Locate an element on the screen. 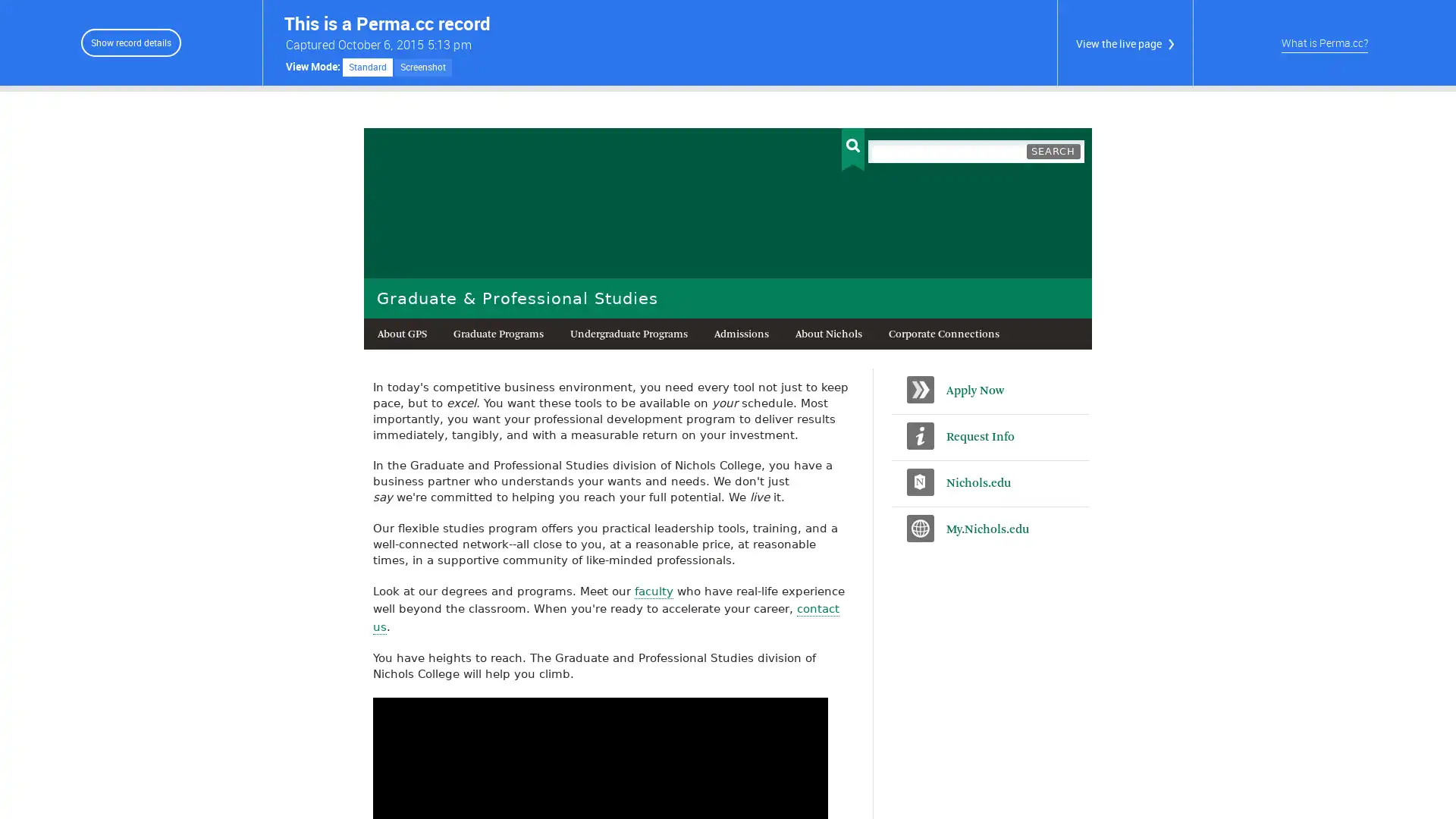  Show record details is located at coordinates (130, 42).